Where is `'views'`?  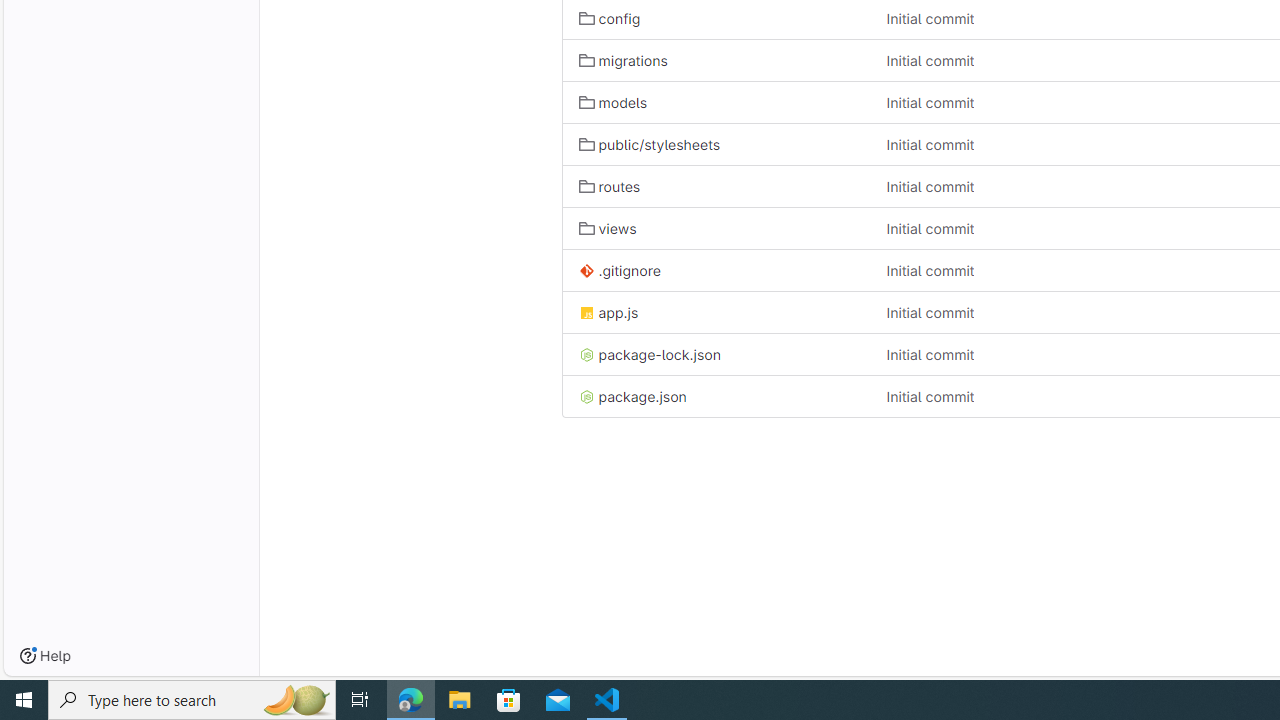 'views' is located at coordinates (716, 227).